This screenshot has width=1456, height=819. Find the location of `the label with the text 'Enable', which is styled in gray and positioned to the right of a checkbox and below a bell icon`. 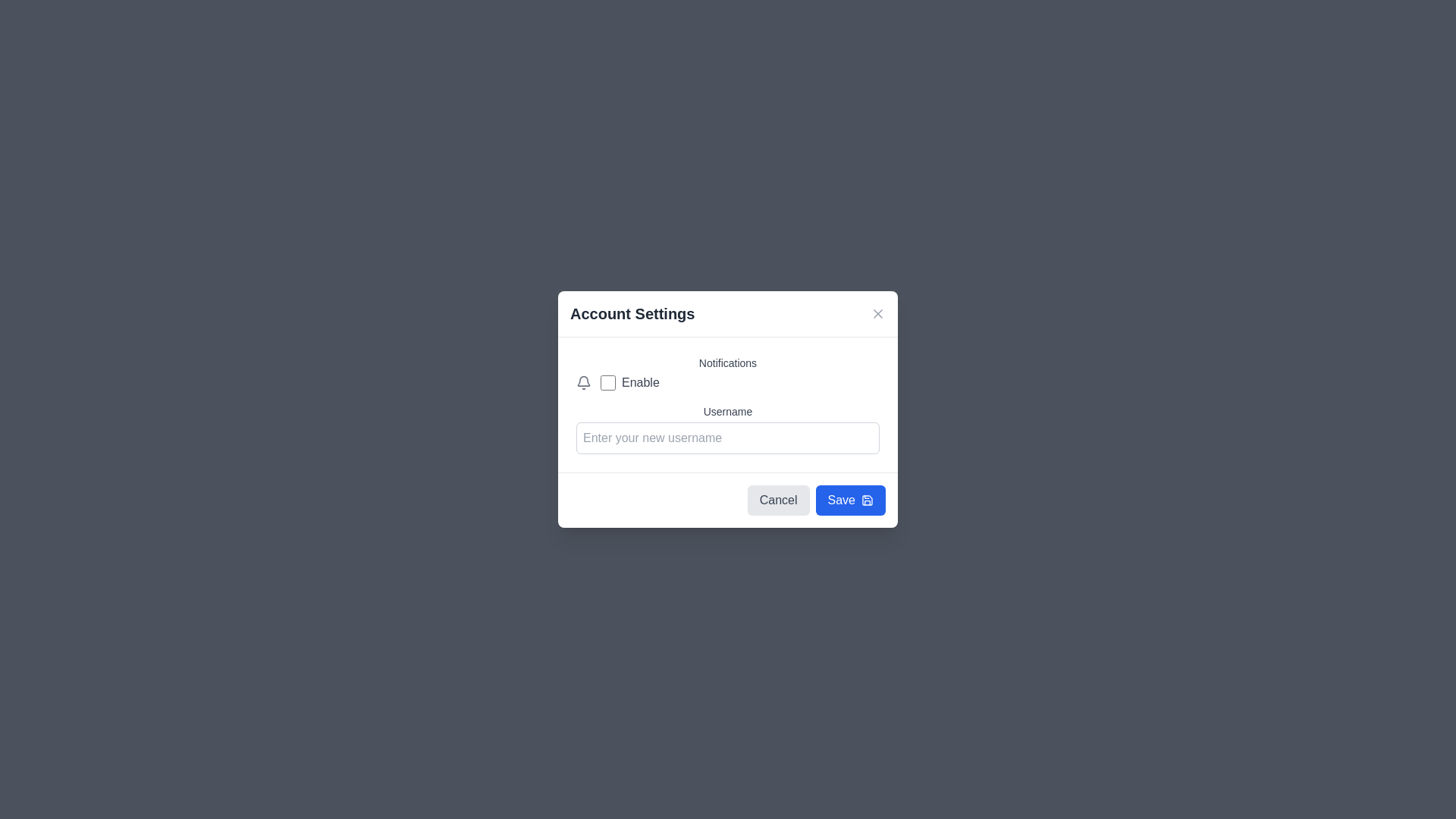

the label with the text 'Enable', which is styled in gray and positioned to the right of a checkbox and below a bell icon is located at coordinates (640, 382).